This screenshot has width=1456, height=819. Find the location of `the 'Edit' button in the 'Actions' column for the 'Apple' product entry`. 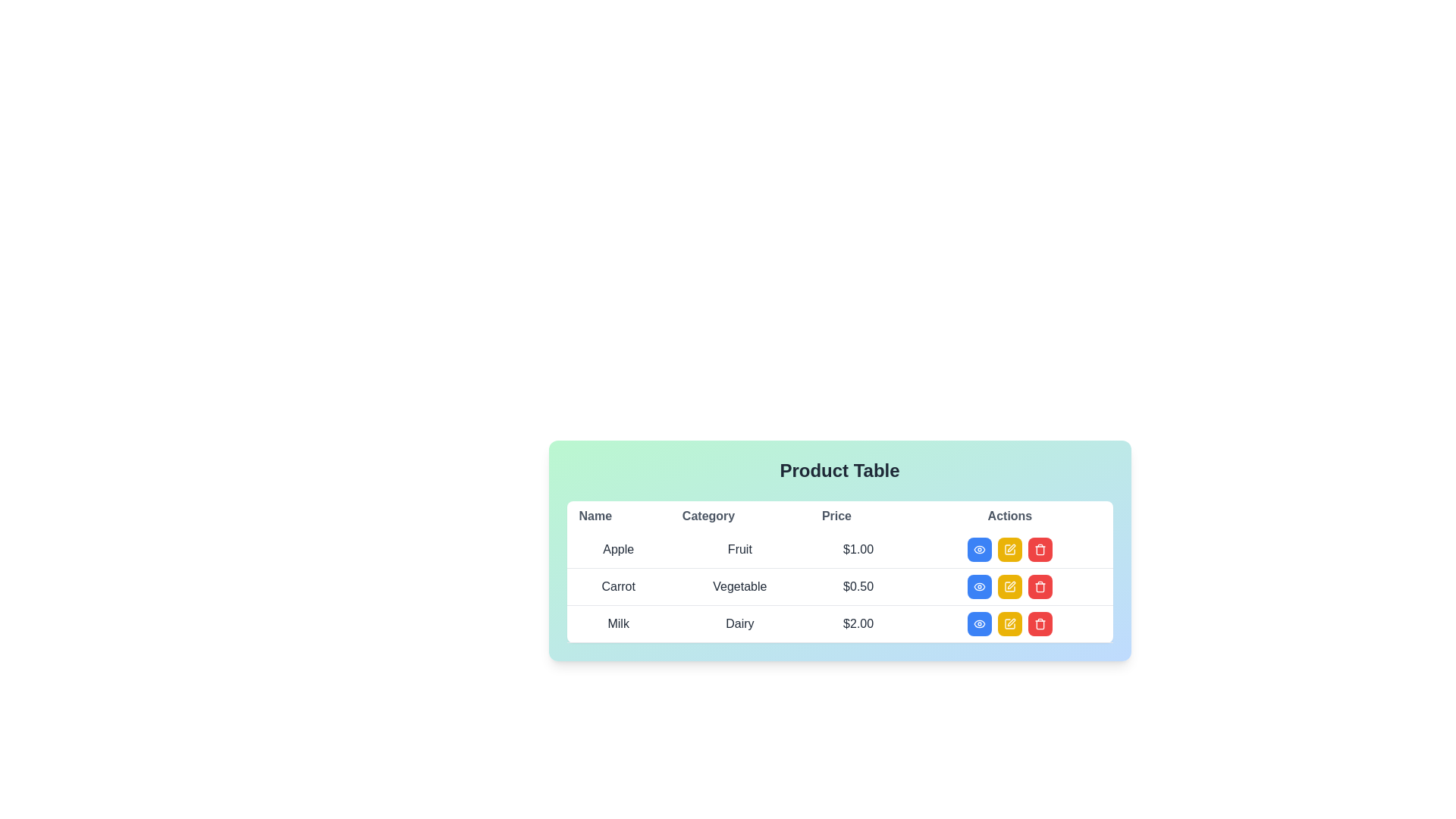

the 'Edit' button in the 'Actions' column for the 'Apple' product entry is located at coordinates (1009, 550).